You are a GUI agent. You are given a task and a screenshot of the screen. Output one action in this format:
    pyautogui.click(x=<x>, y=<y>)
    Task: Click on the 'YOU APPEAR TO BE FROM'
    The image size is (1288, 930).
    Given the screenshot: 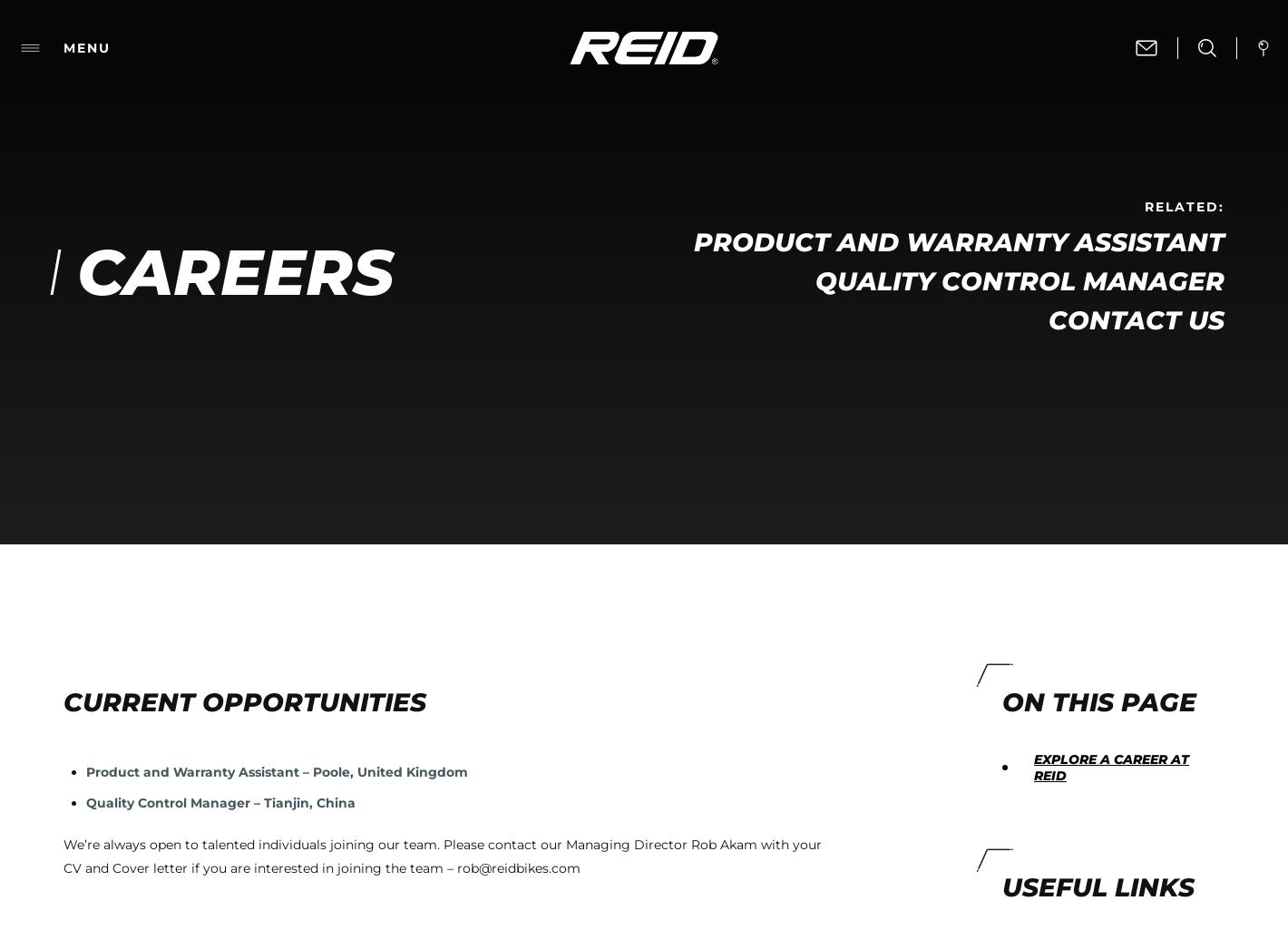 What is the action you would take?
    pyautogui.click(x=557, y=878)
    